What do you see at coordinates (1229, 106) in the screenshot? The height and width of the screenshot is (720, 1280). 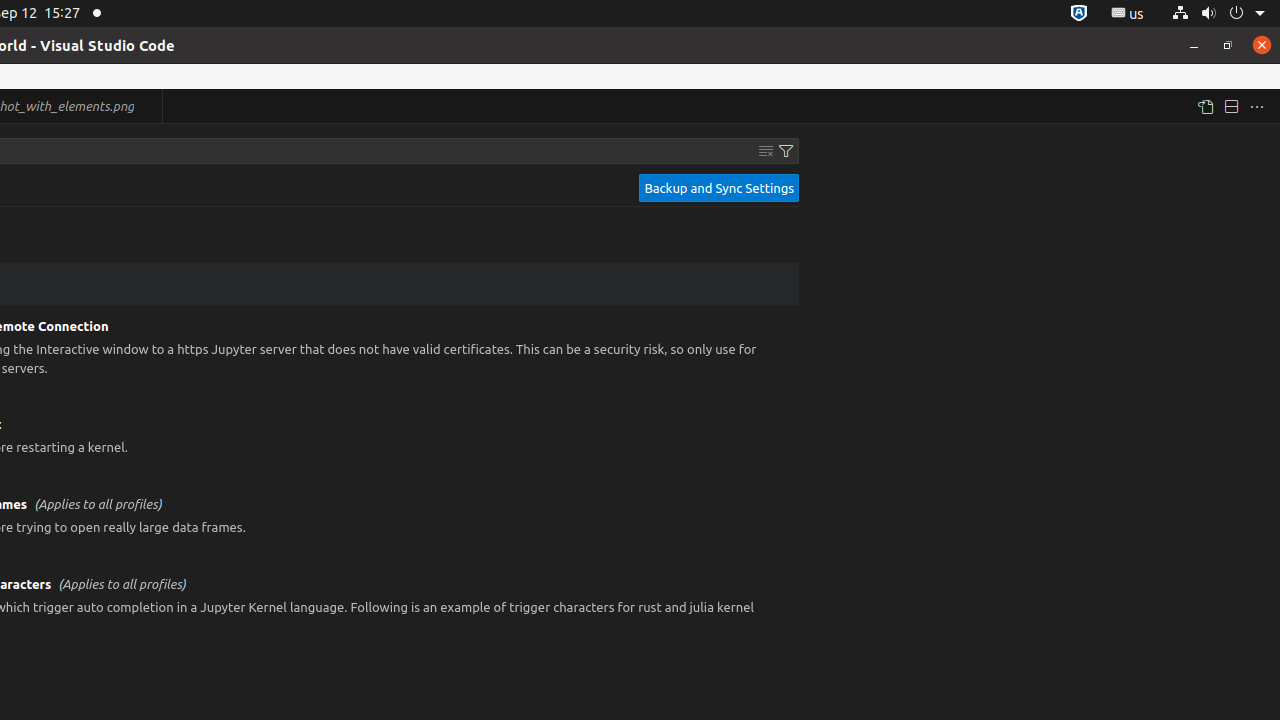 I see `'Split Editor Right (Ctrl+\) [Alt] Split Editor Down'` at bounding box center [1229, 106].